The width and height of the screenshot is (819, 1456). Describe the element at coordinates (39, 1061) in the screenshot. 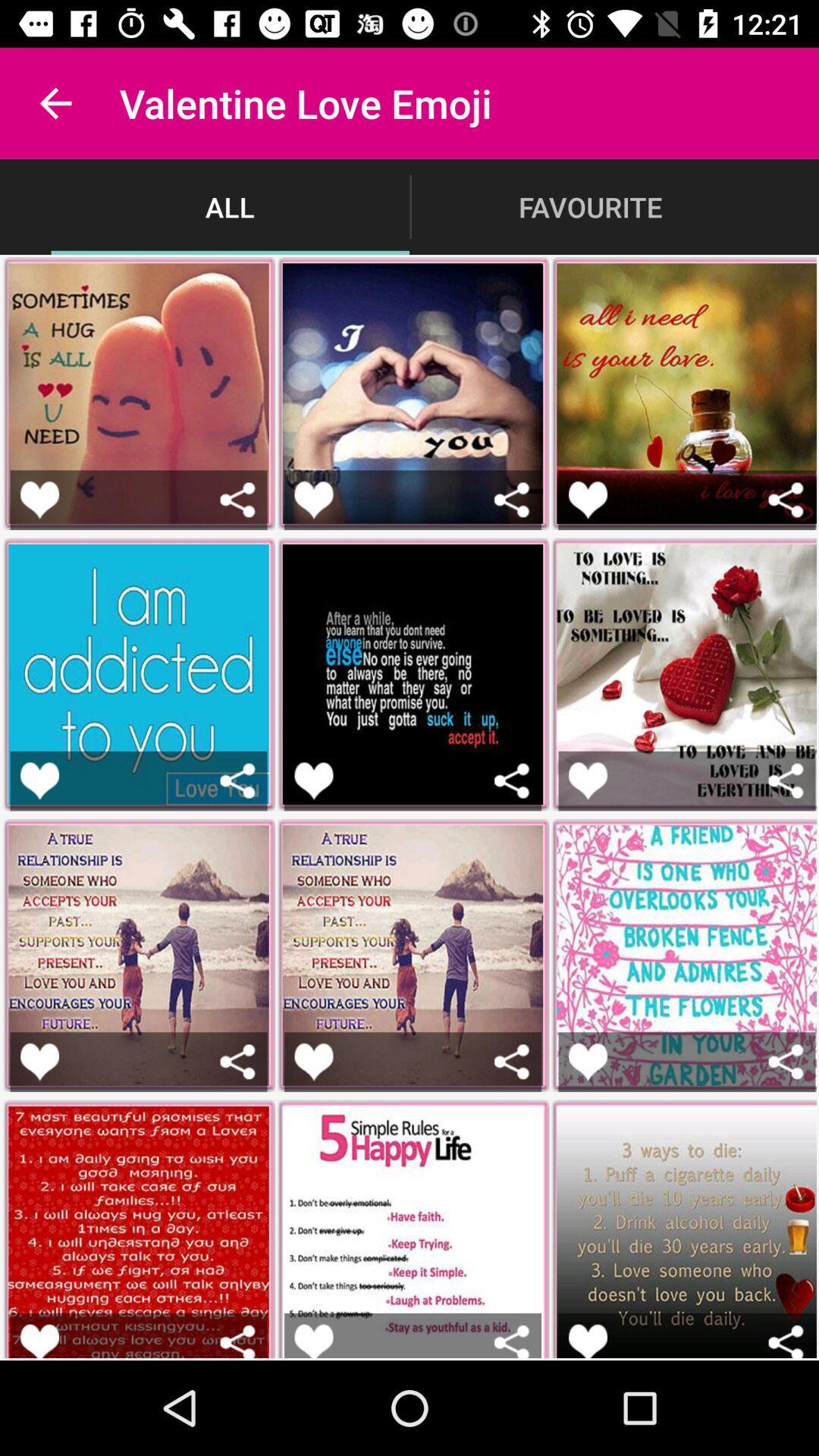

I see `like` at that location.